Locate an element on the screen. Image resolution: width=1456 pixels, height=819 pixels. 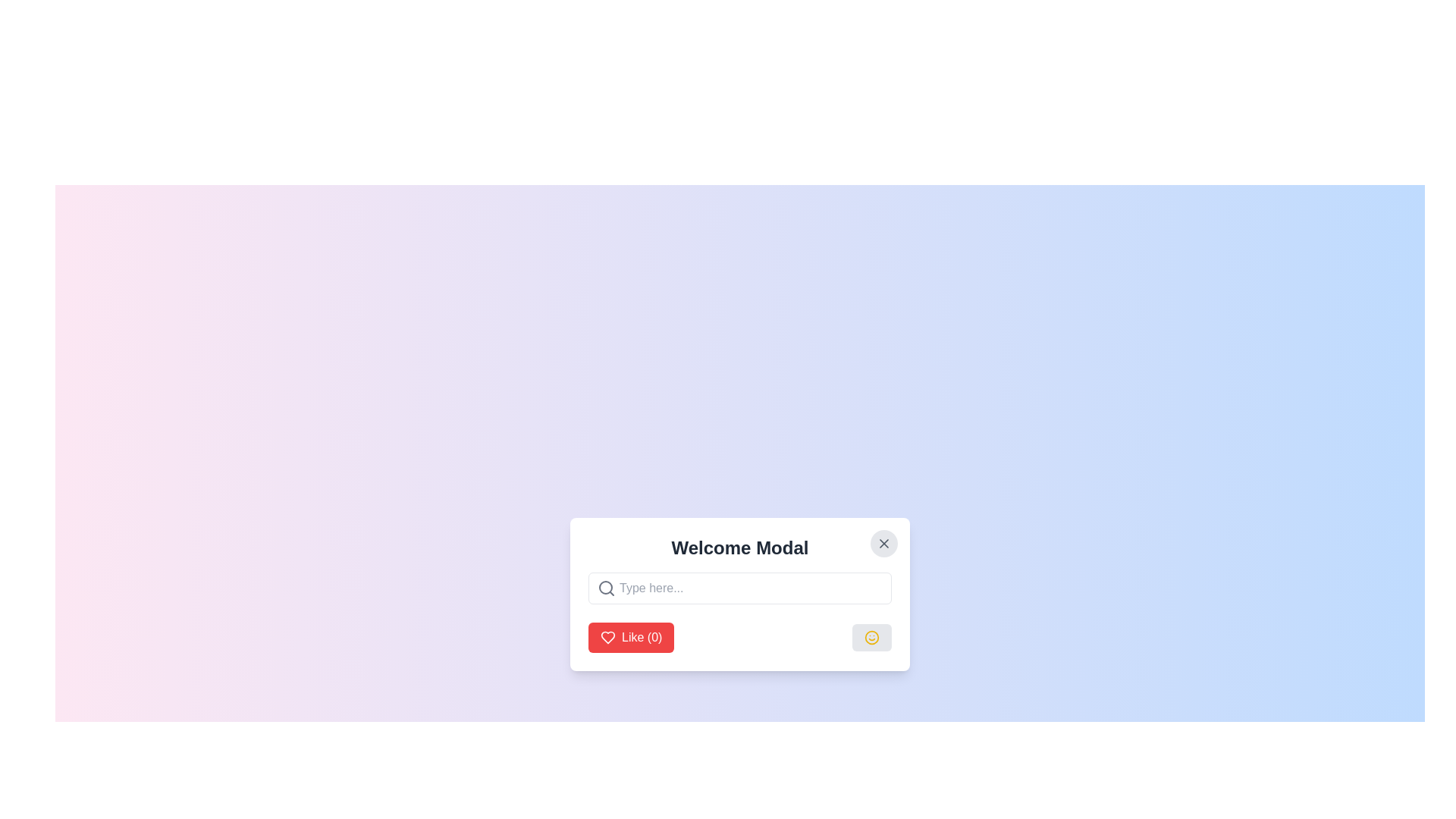
the heart icon in the 'Like (0)' button located at the bottom-left corner of the modal to interact with it is located at coordinates (607, 637).